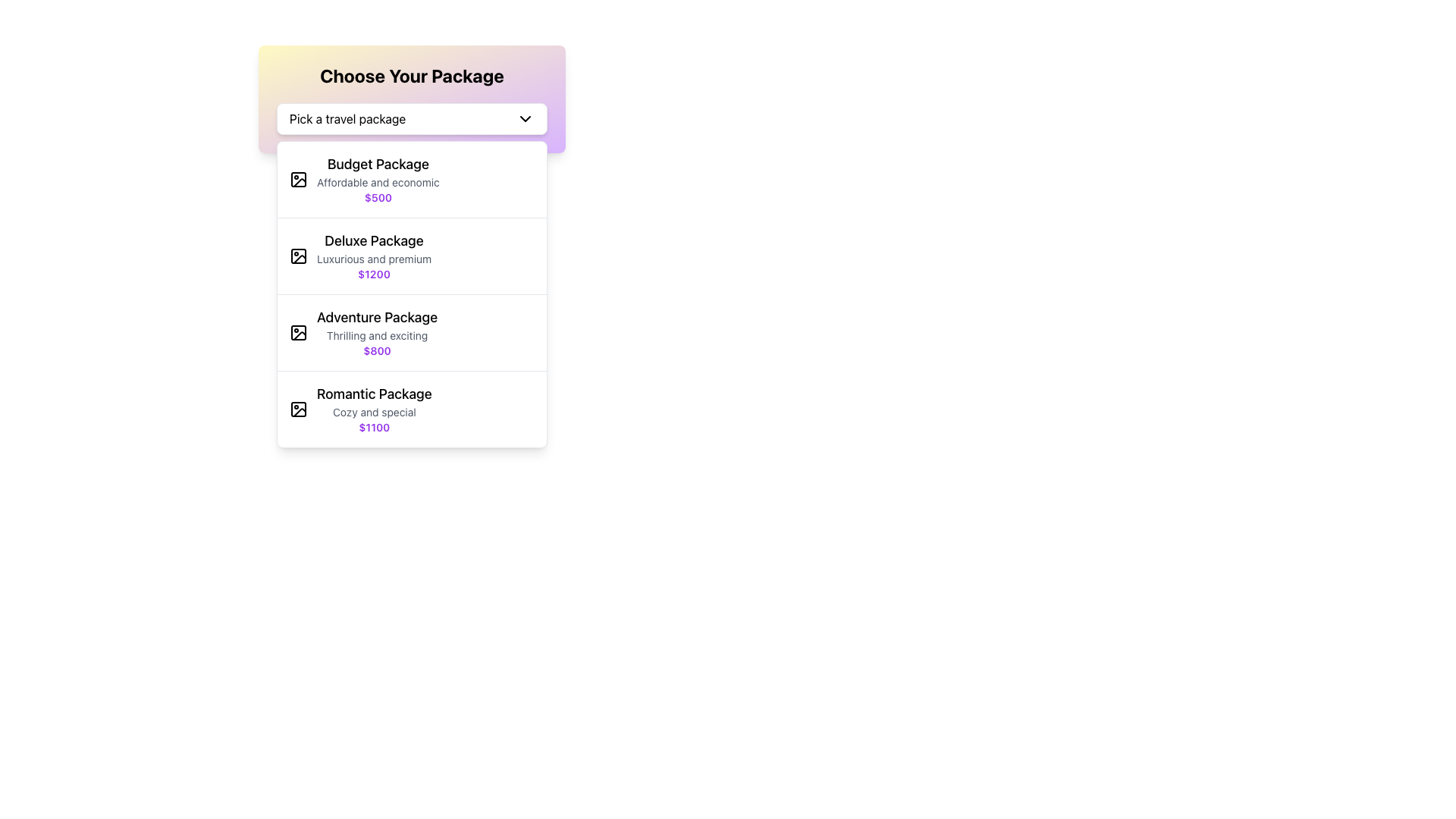 The width and height of the screenshot is (1456, 819). Describe the element at coordinates (377, 335) in the screenshot. I see `the static text that describes the 'Adventure Package', which is located beneath the heading 'Adventure Package' and above the price segment marked as '$800'` at that location.